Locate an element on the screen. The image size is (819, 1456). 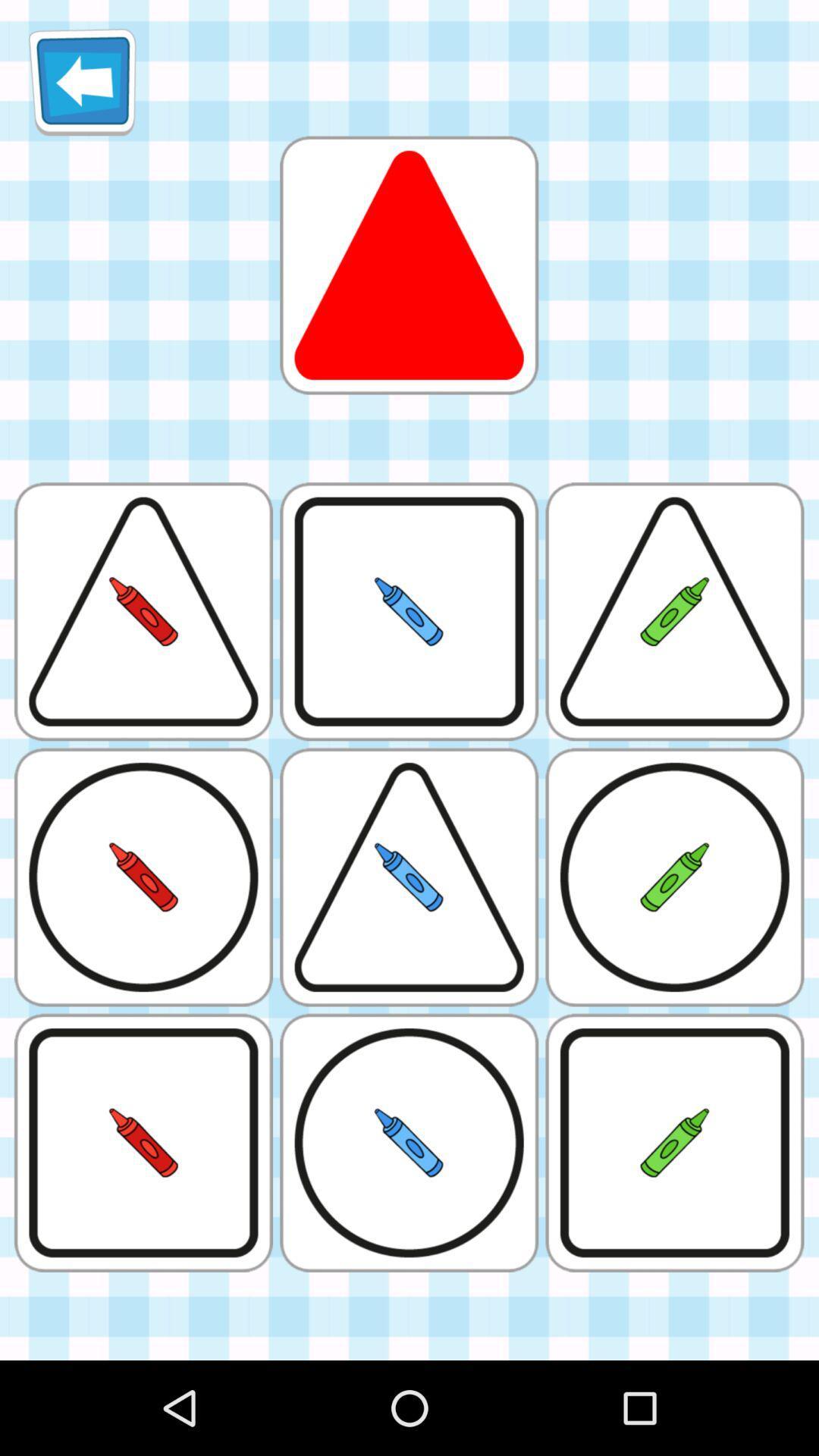
first option in third row is located at coordinates (143, 877).